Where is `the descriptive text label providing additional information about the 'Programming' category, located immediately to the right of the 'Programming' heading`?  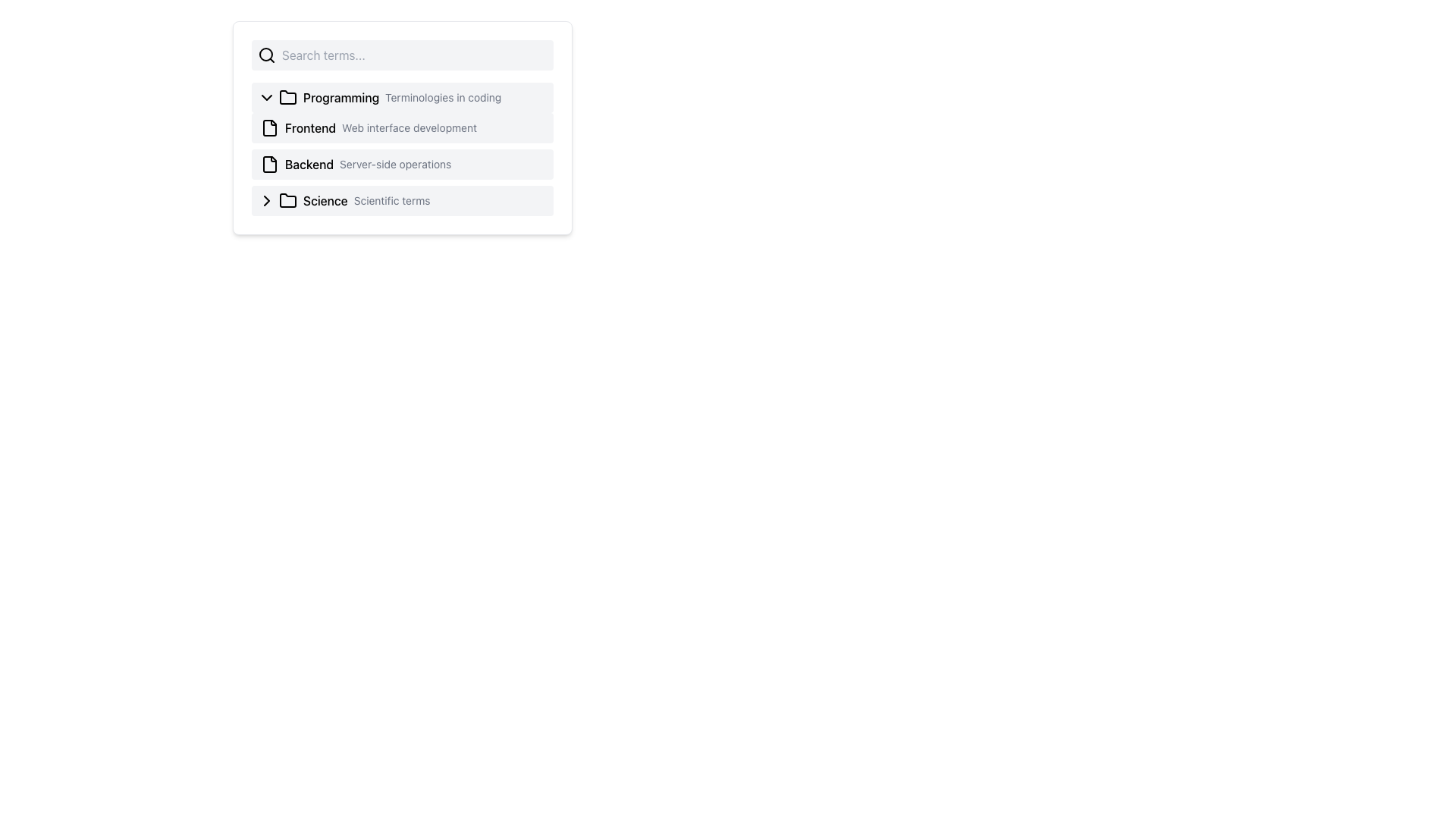 the descriptive text label providing additional information about the 'Programming' category, located immediately to the right of the 'Programming' heading is located at coordinates (442, 97).